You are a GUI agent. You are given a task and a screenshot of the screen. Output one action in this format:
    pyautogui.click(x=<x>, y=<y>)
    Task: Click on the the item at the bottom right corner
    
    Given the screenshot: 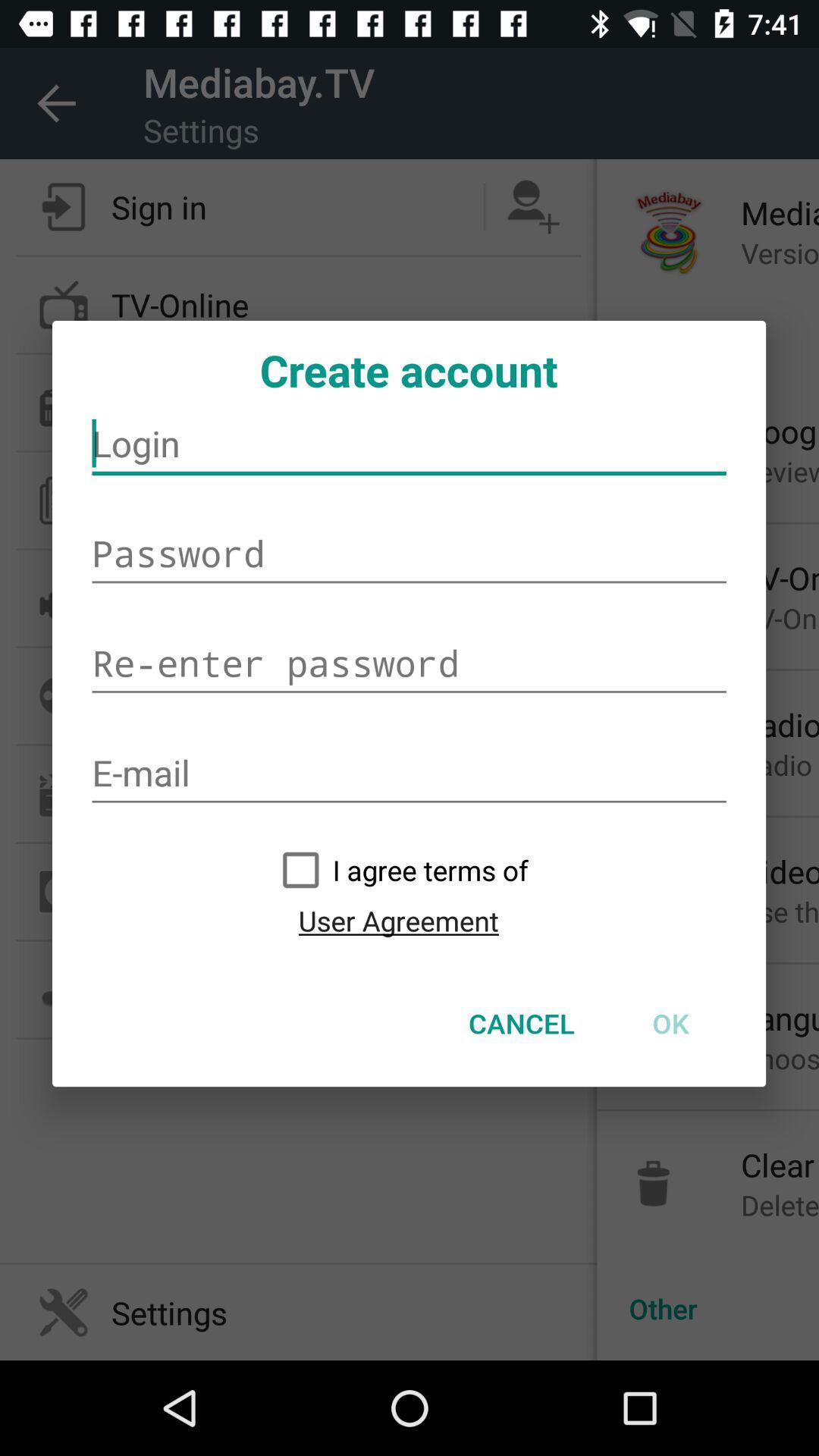 What is the action you would take?
    pyautogui.click(x=670, y=1023)
    